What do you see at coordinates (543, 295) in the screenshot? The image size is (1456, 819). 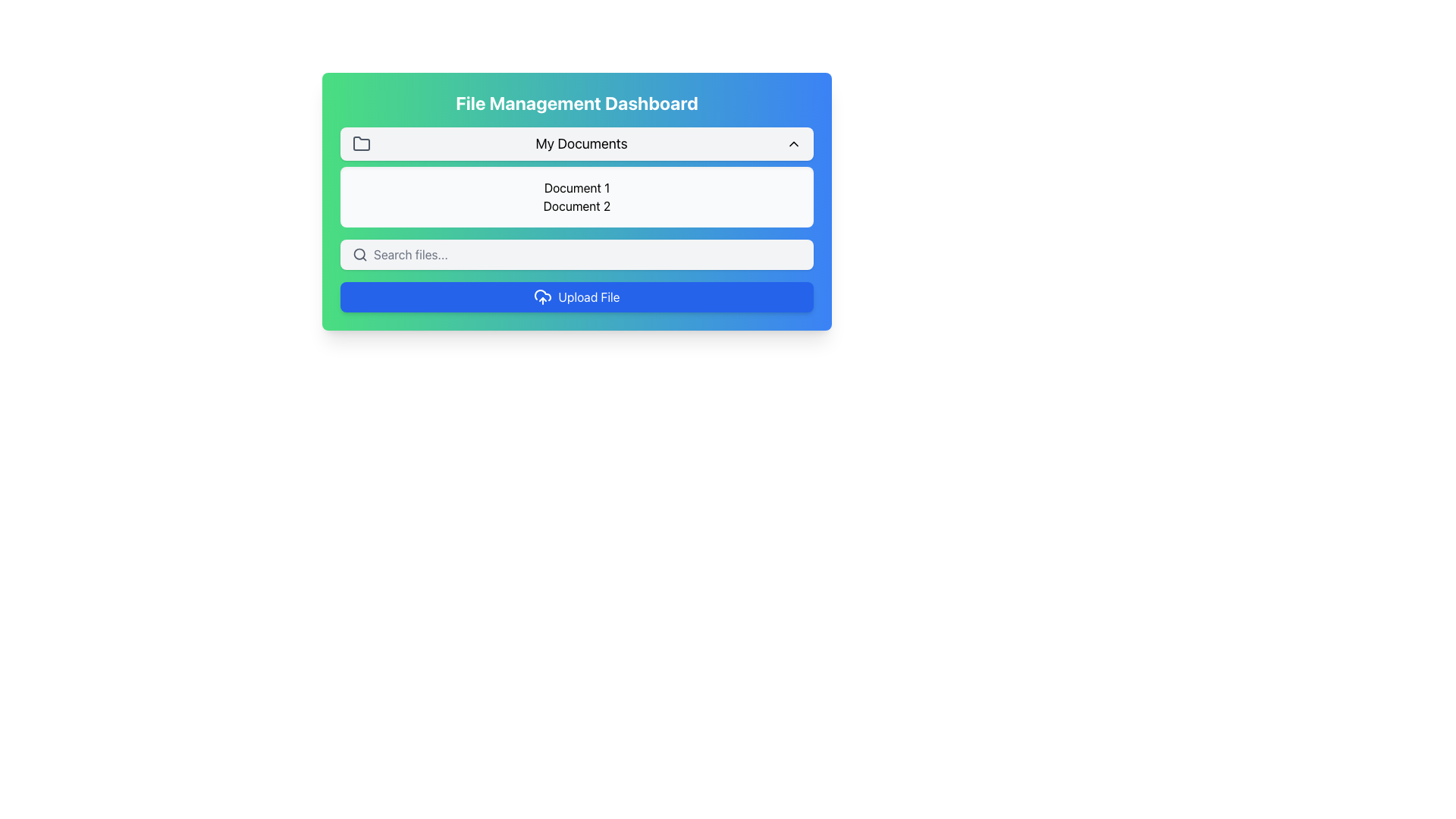 I see `the upload button that contains a cloud-like icon, which is part of a semi-transparent blue button labeled 'Upload File.'` at bounding box center [543, 295].